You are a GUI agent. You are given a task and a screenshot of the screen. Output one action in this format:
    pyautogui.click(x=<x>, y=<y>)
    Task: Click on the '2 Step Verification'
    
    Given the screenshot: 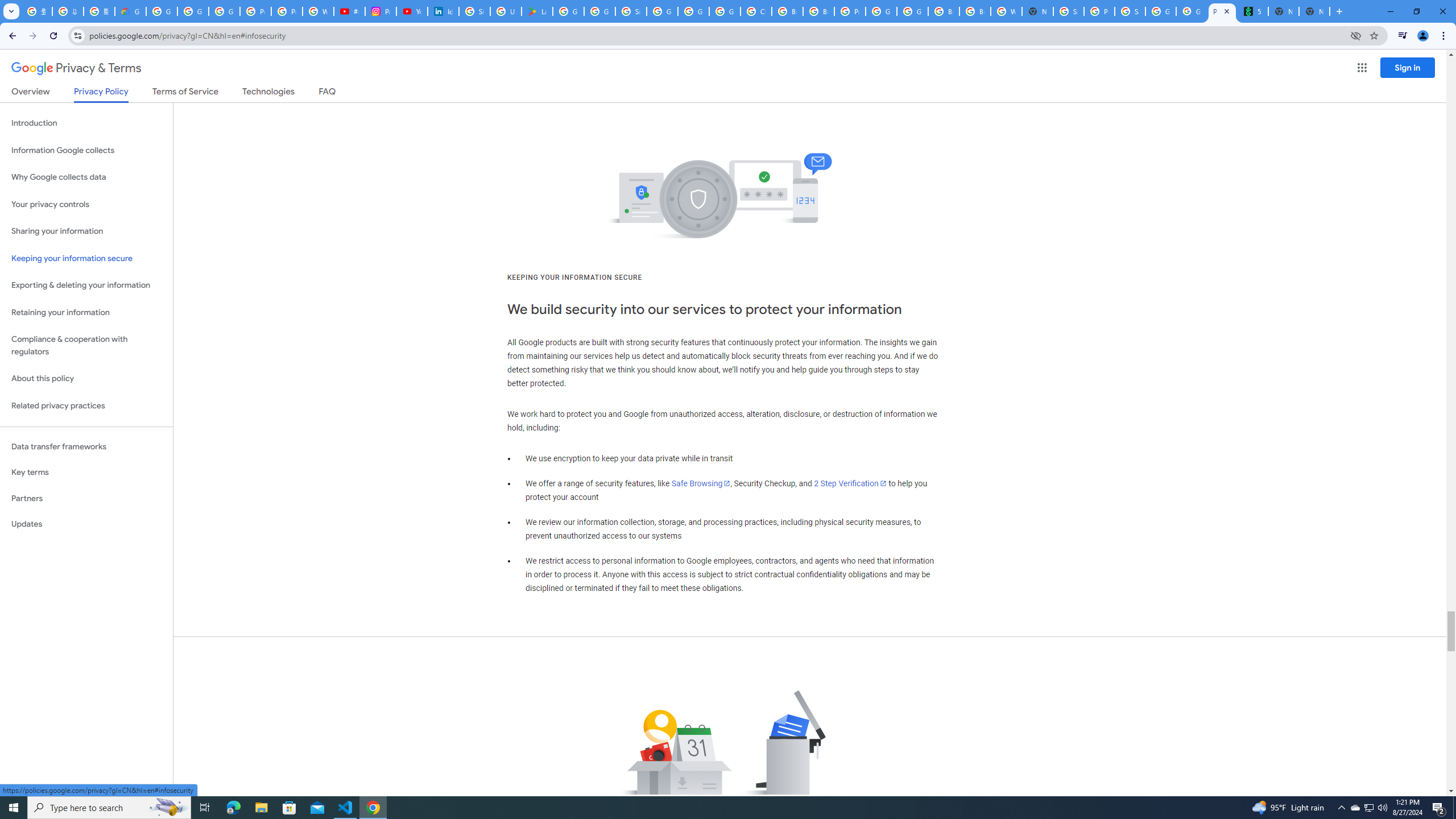 What is the action you would take?
    pyautogui.click(x=850, y=483)
    